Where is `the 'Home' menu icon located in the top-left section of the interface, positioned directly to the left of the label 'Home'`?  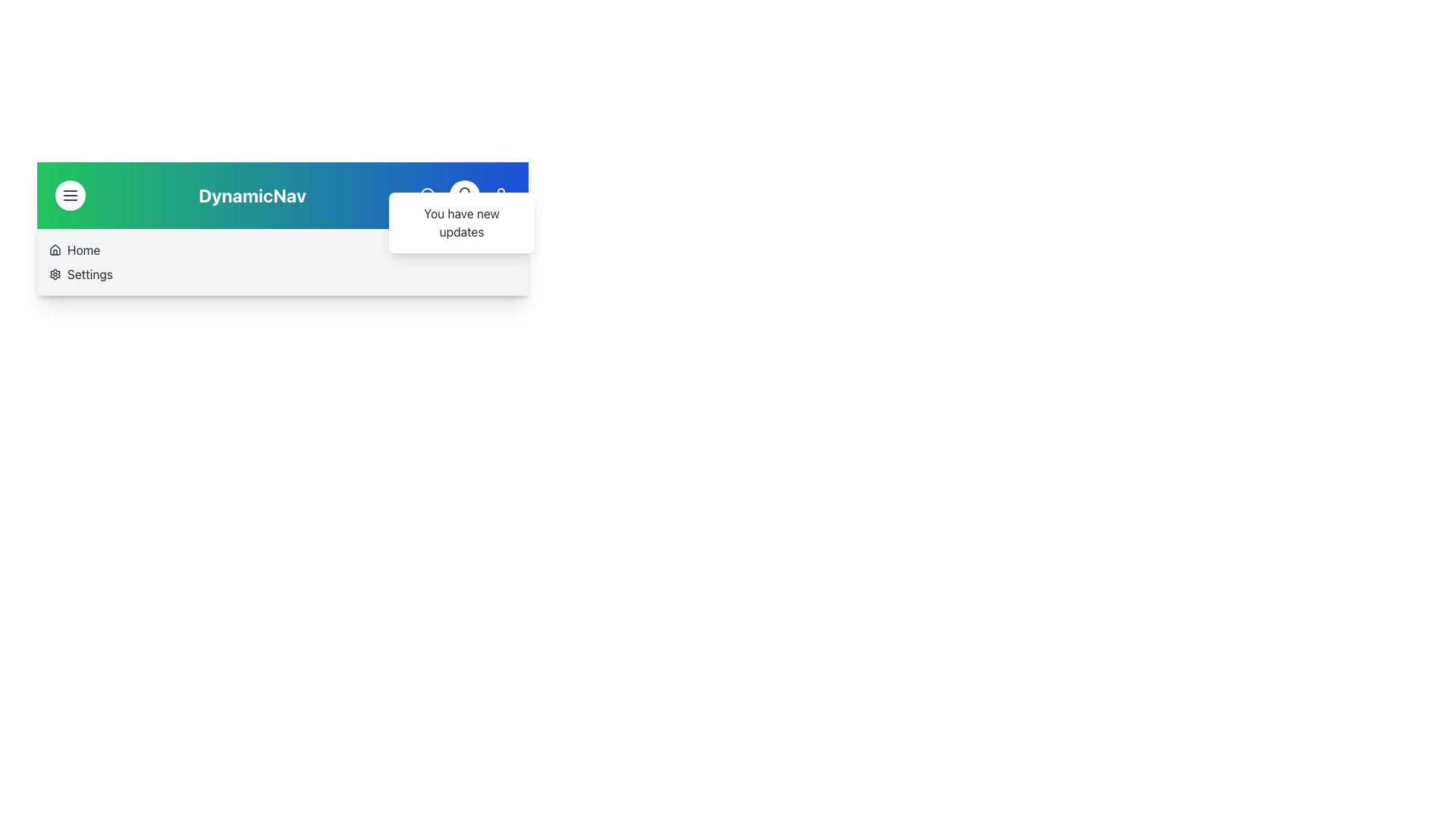 the 'Home' menu icon located in the top-left section of the interface, positioned directly to the left of the label 'Home' is located at coordinates (55, 249).